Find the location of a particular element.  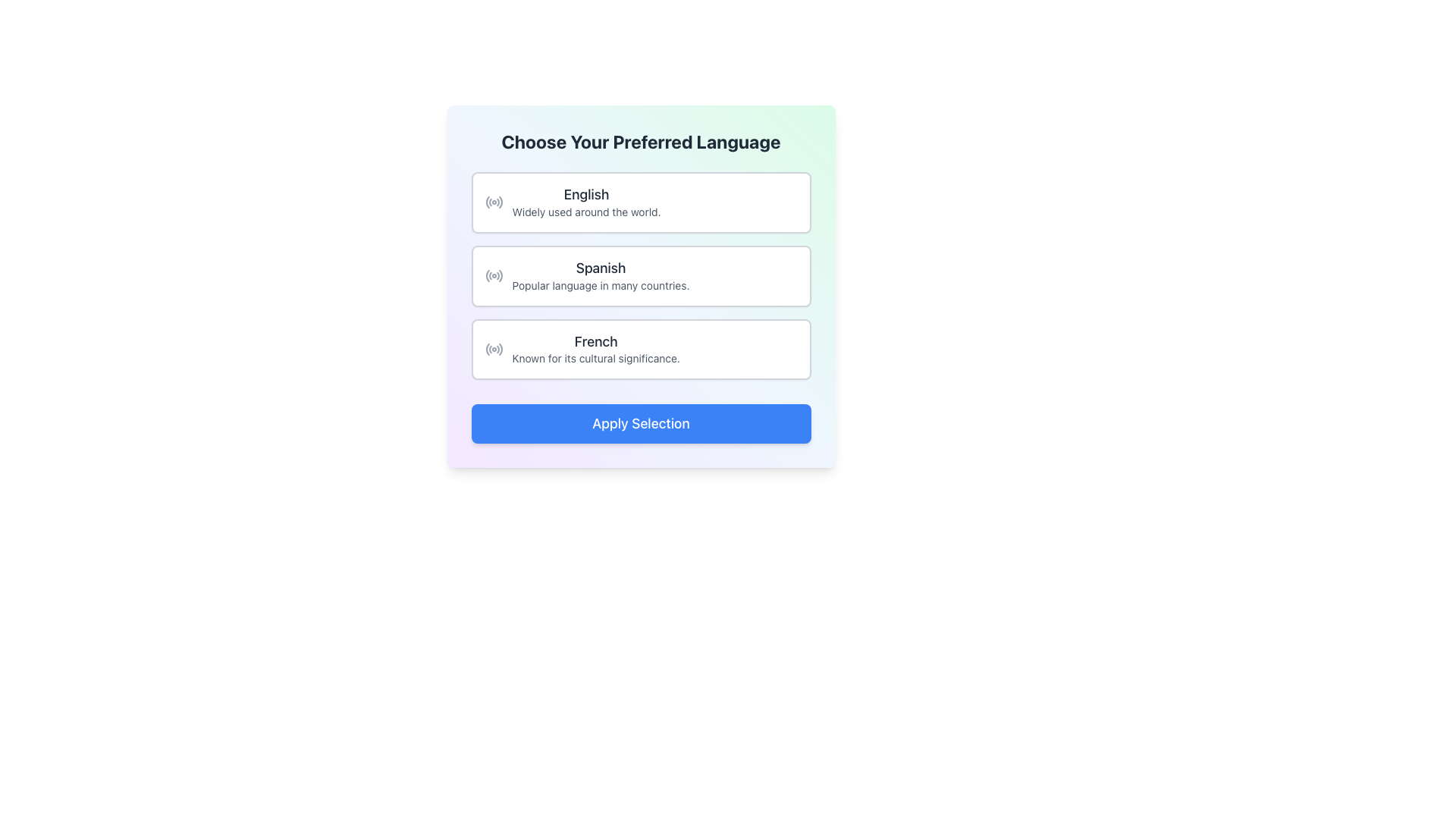

the 'English' language option in the language selection list for keyboard navigation is located at coordinates (572, 202).